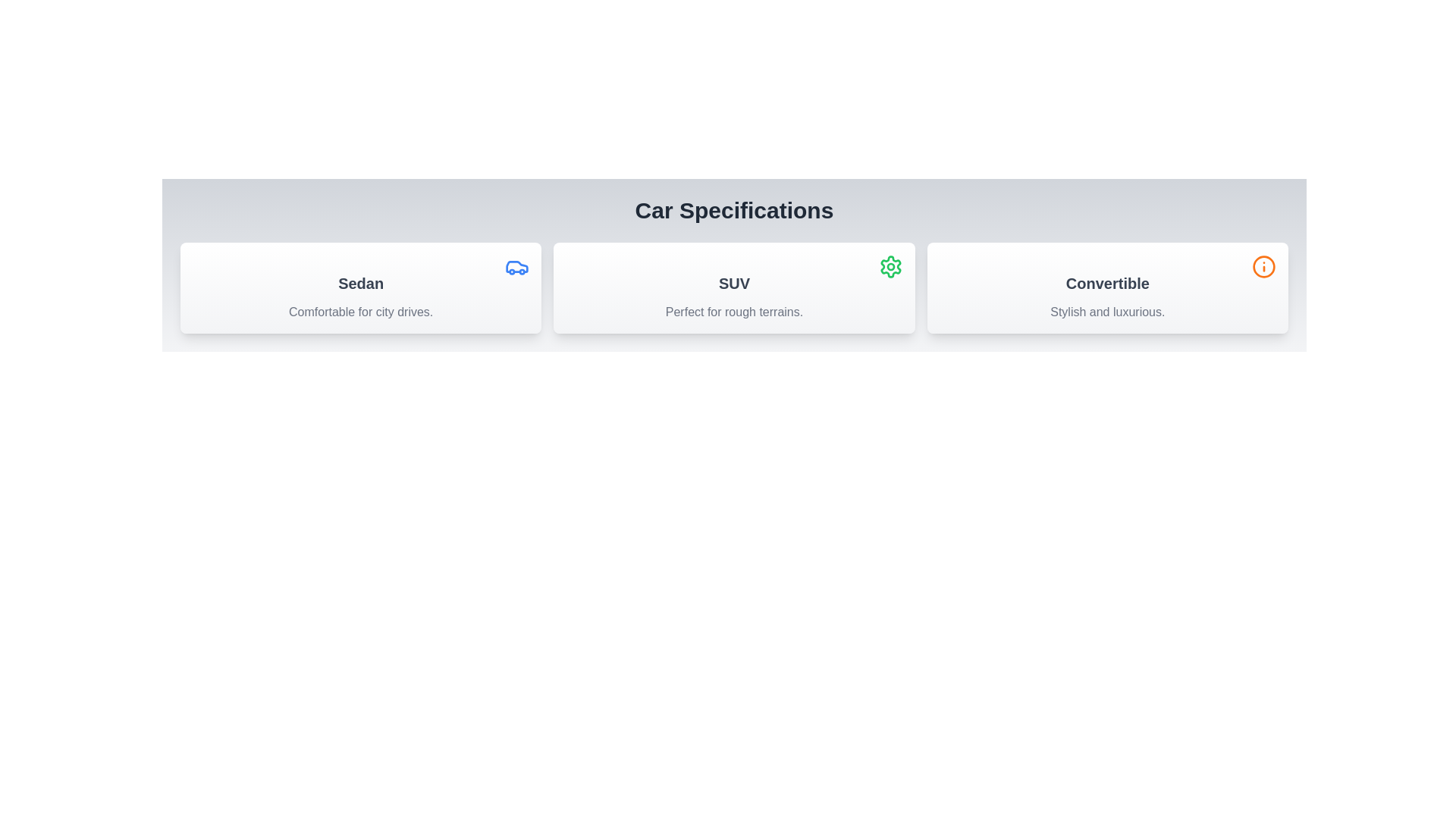 The width and height of the screenshot is (1456, 819). I want to click on the card labeled 'Sedan' by clicking on the icon located in the upper-right corner of the card, so click(517, 265).